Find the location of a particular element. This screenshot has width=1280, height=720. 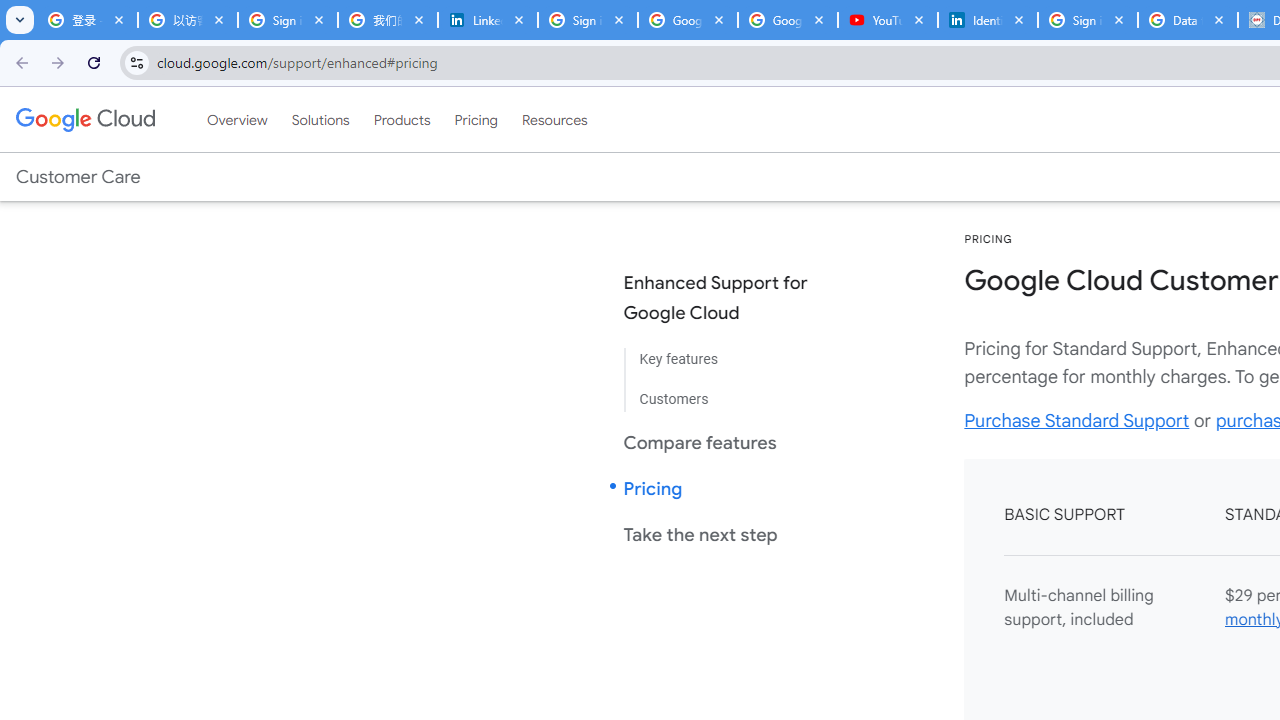

'Purchase Standard Support' is located at coordinates (1076, 419).